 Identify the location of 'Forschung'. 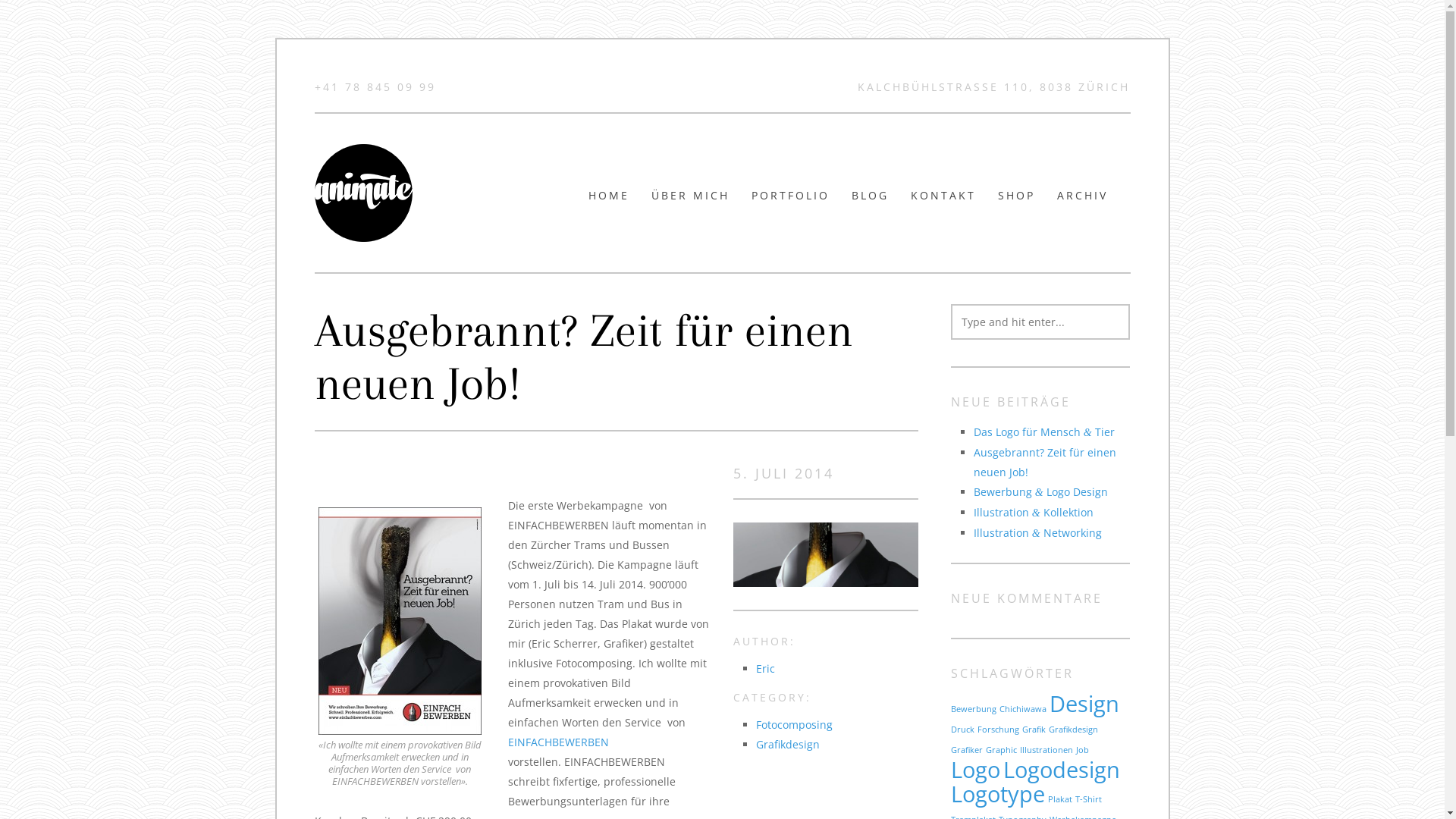
(998, 728).